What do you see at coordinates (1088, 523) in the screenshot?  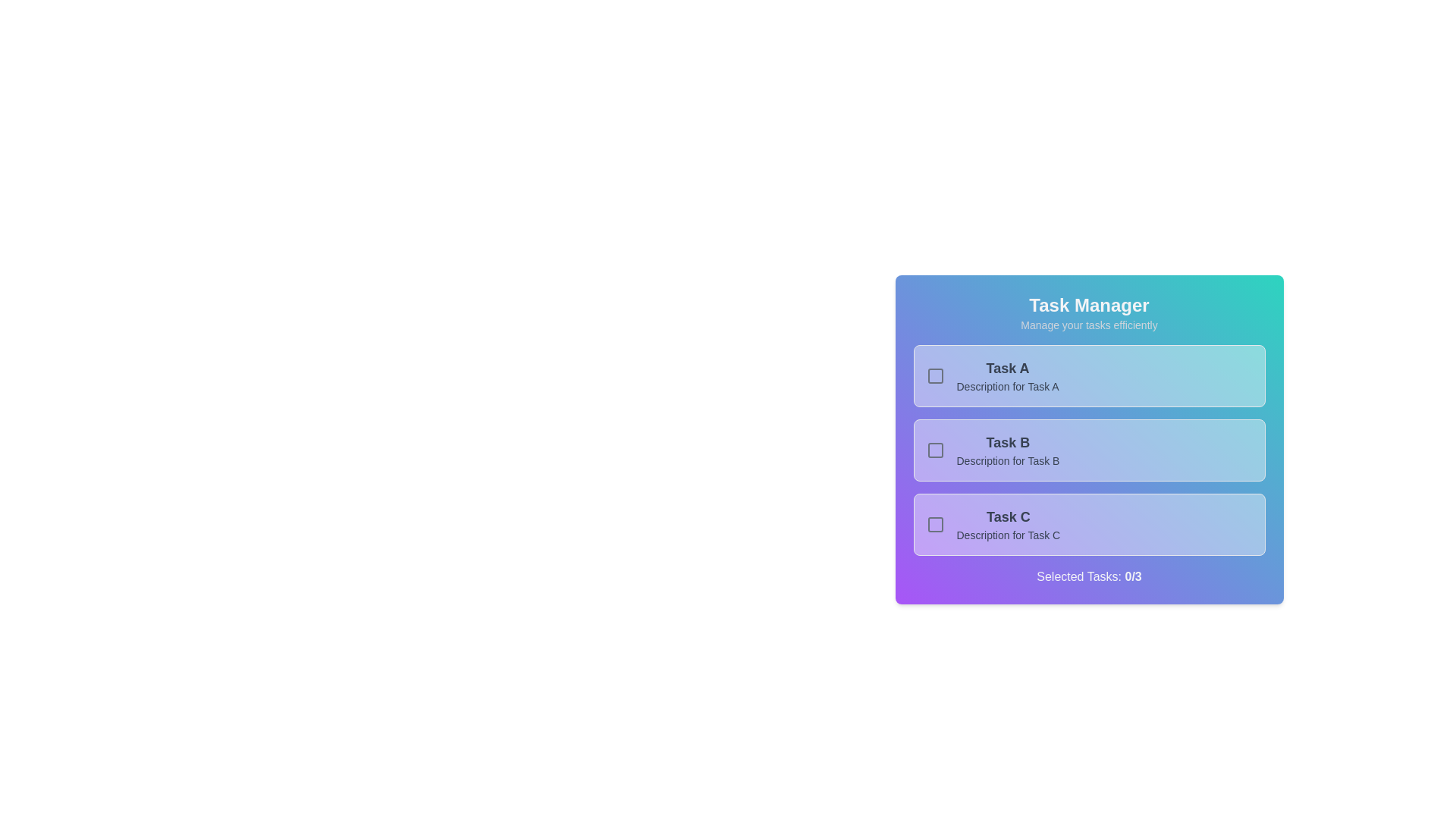 I see `the task card corresponding to 3` at bounding box center [1088, 523].